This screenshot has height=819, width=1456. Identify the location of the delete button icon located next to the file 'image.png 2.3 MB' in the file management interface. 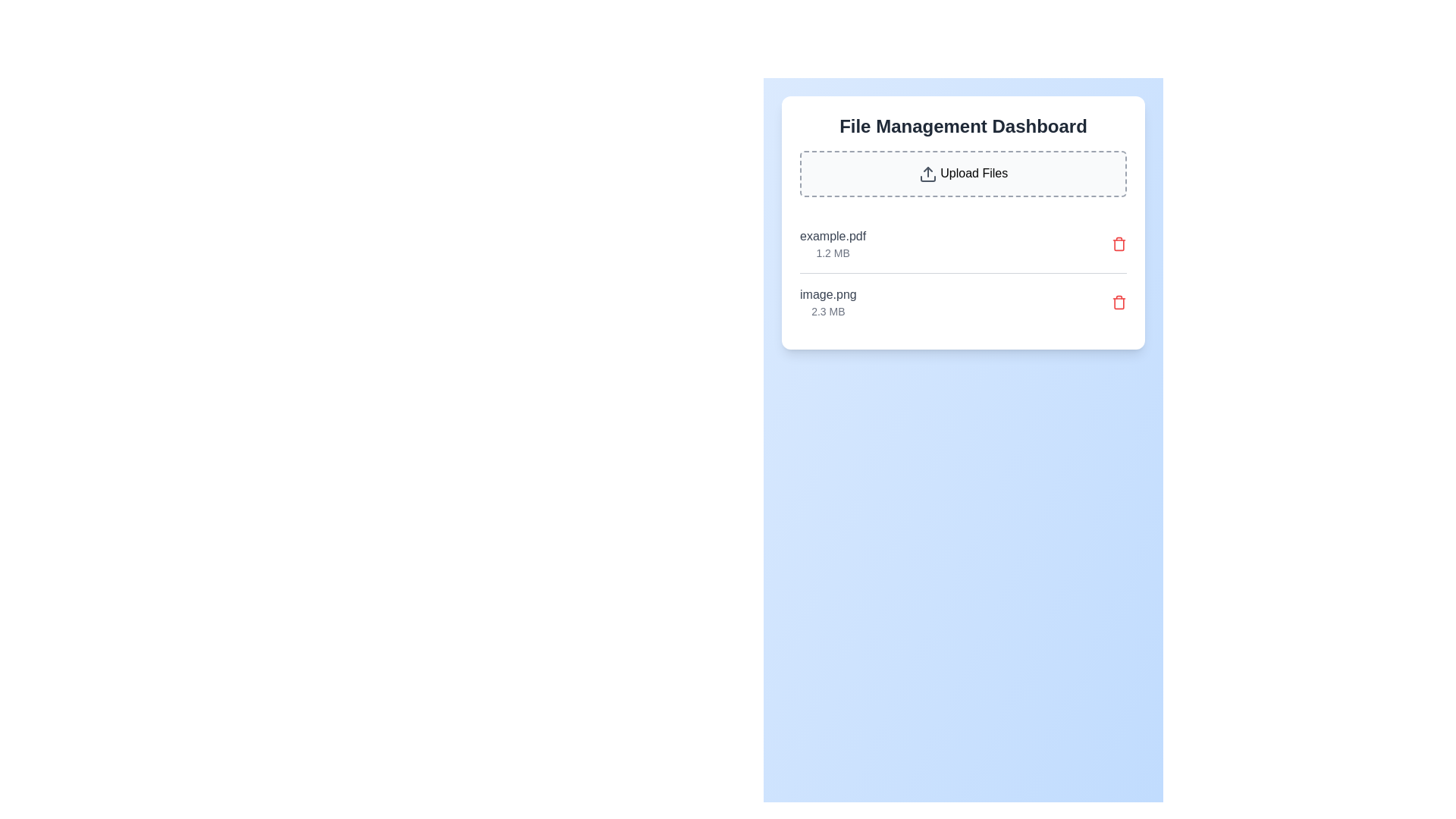
(1119, 301).